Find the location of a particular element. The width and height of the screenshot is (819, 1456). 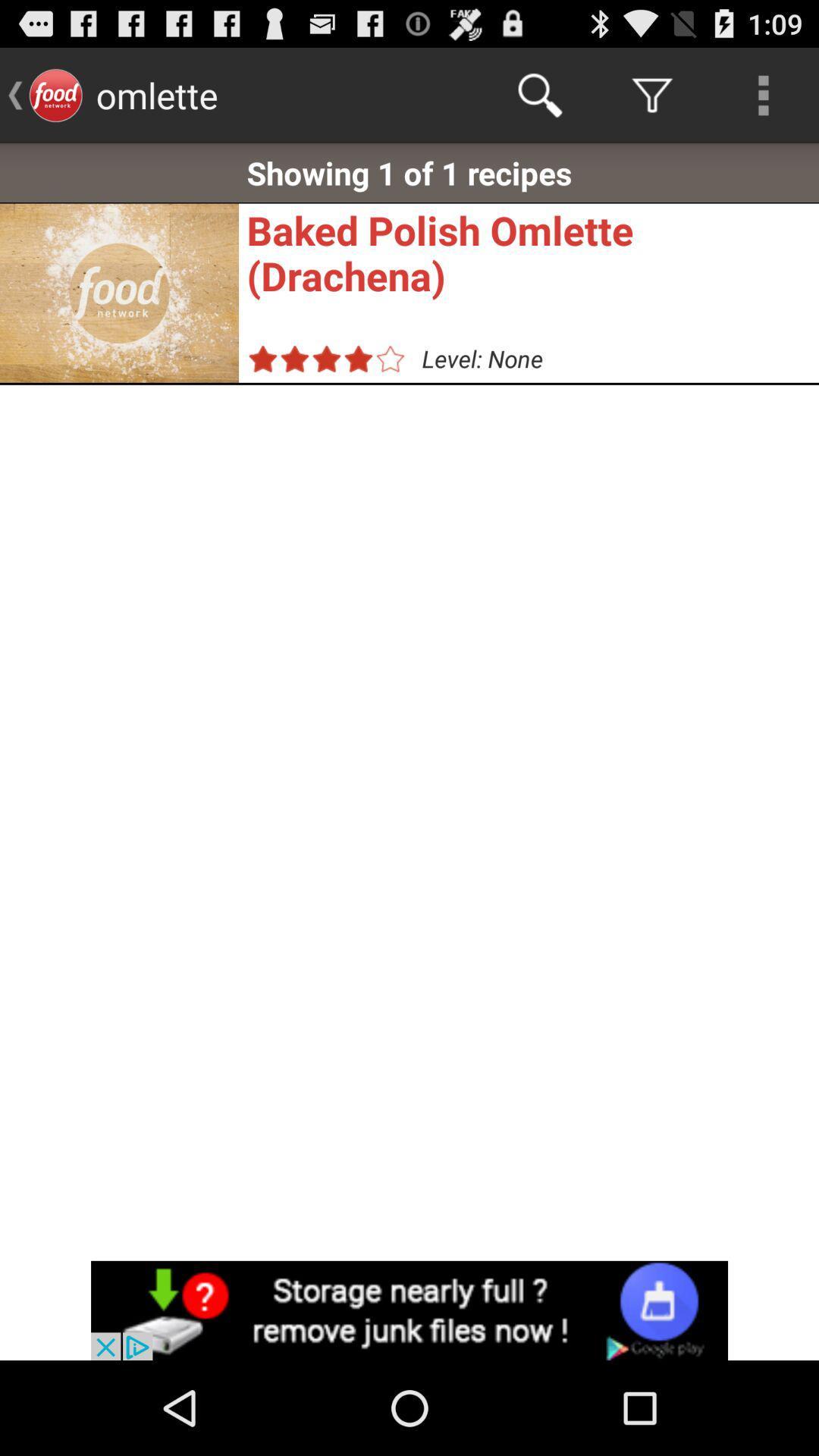

advertisement area is located at coordinates (409, 1310).